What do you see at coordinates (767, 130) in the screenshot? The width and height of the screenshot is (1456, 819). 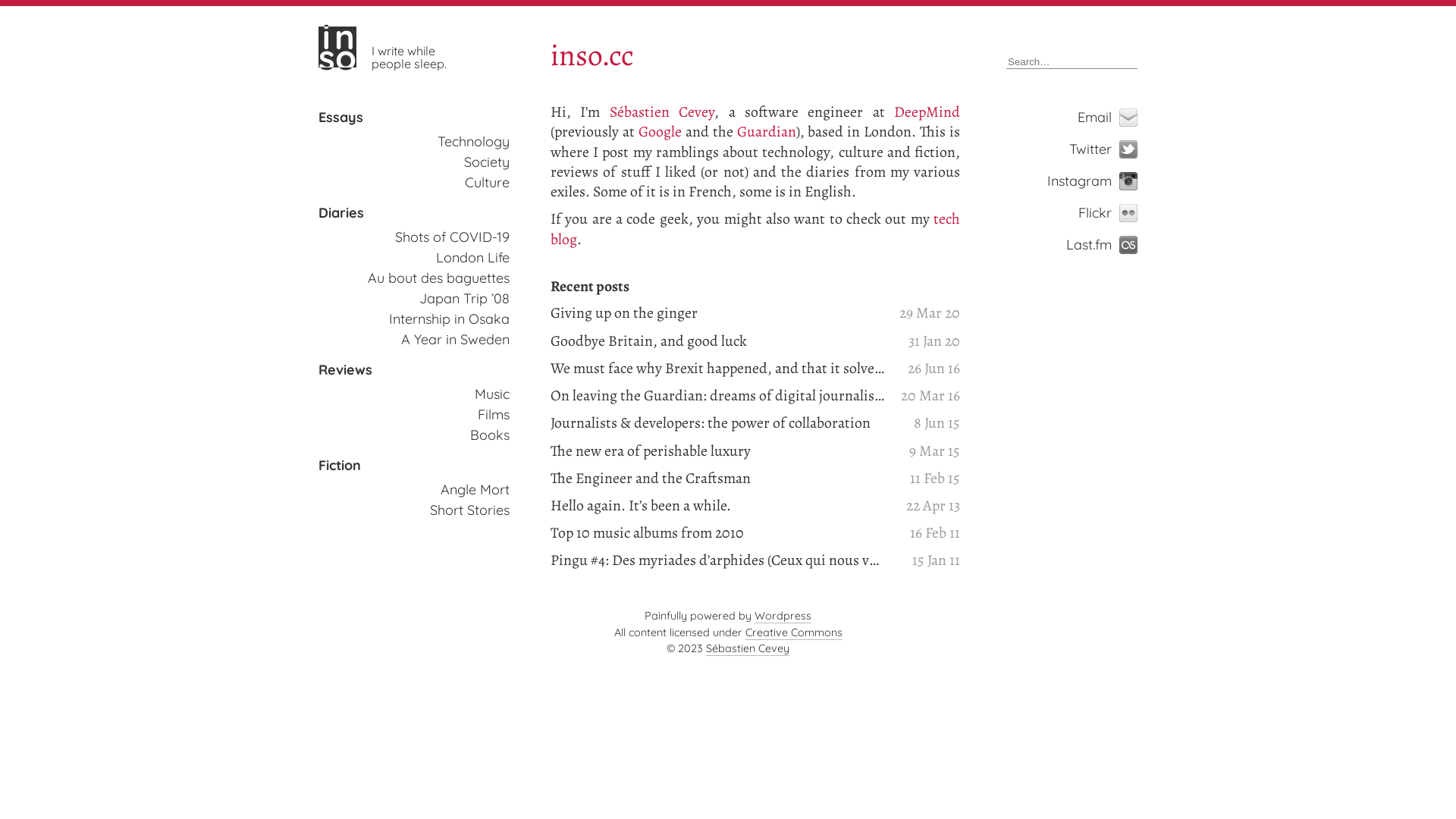 I see `'Guardian'` at bounding box center [767, 130].